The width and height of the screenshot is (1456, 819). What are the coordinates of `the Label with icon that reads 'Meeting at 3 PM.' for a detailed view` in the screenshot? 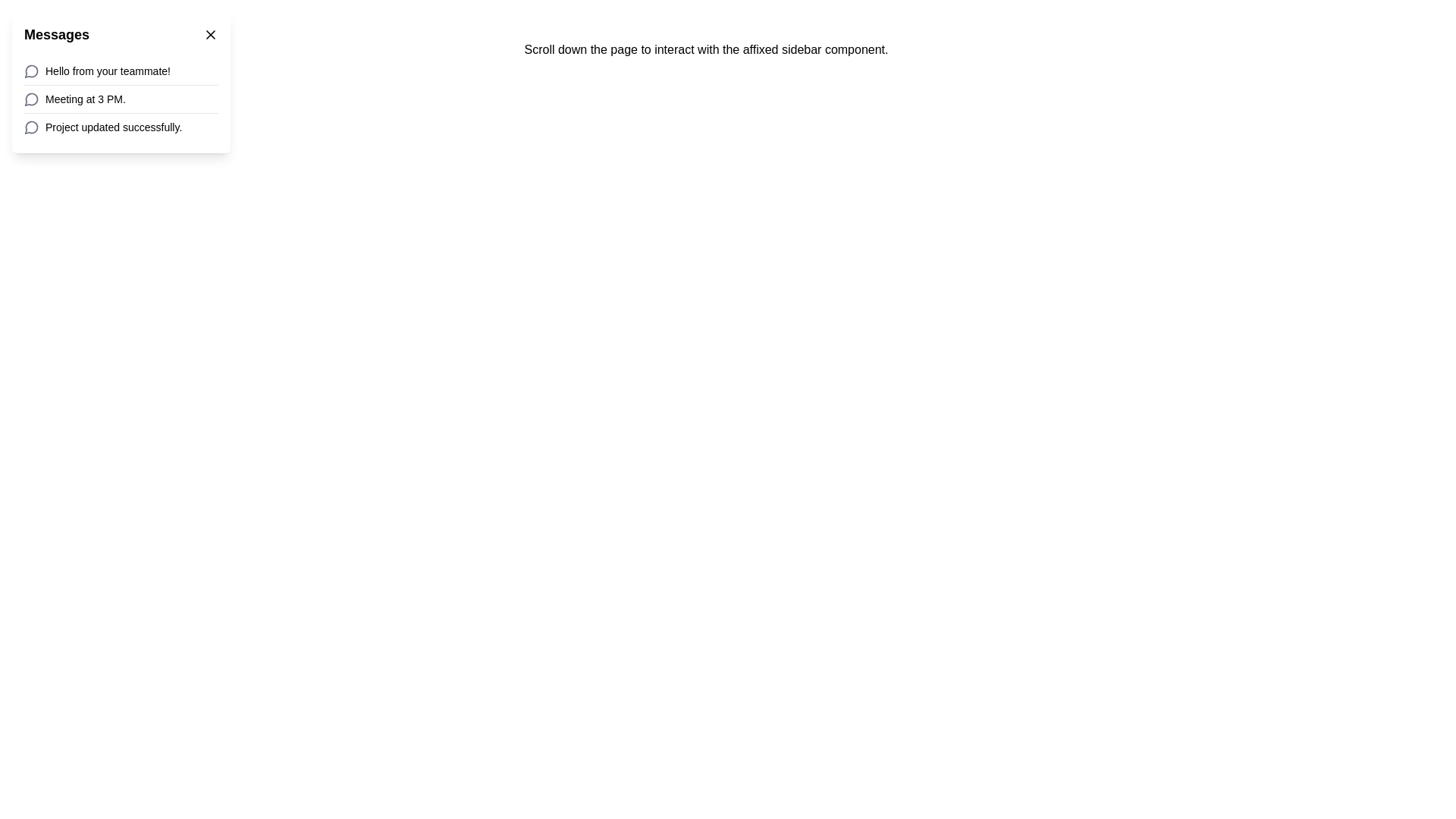 It's located at (120, 99).